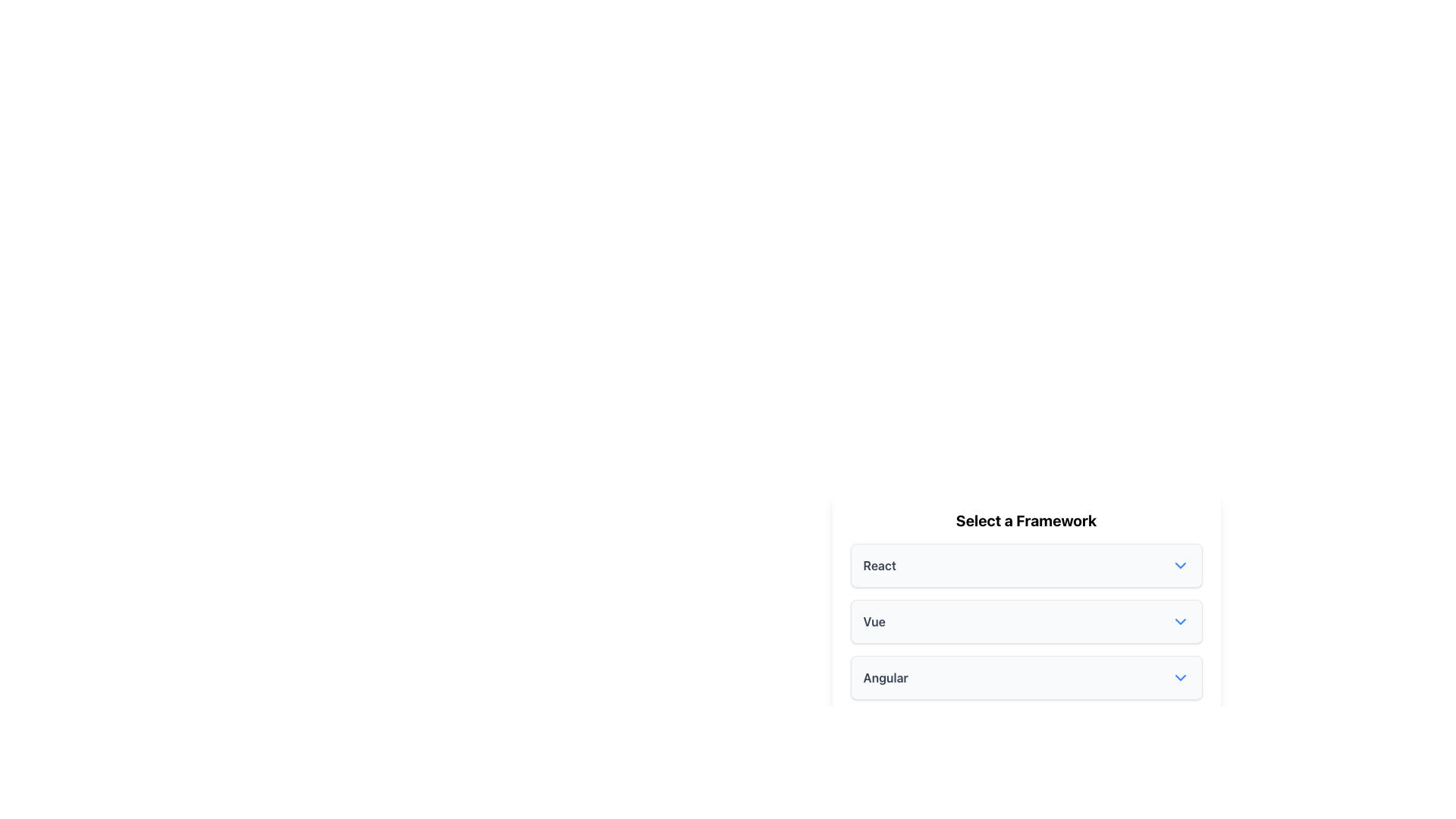  I want to click on the 'Angular' framework by clicking on the third option in the framework selection menu located below 'Vue' and above 'Svelte', so click(1026, 677).